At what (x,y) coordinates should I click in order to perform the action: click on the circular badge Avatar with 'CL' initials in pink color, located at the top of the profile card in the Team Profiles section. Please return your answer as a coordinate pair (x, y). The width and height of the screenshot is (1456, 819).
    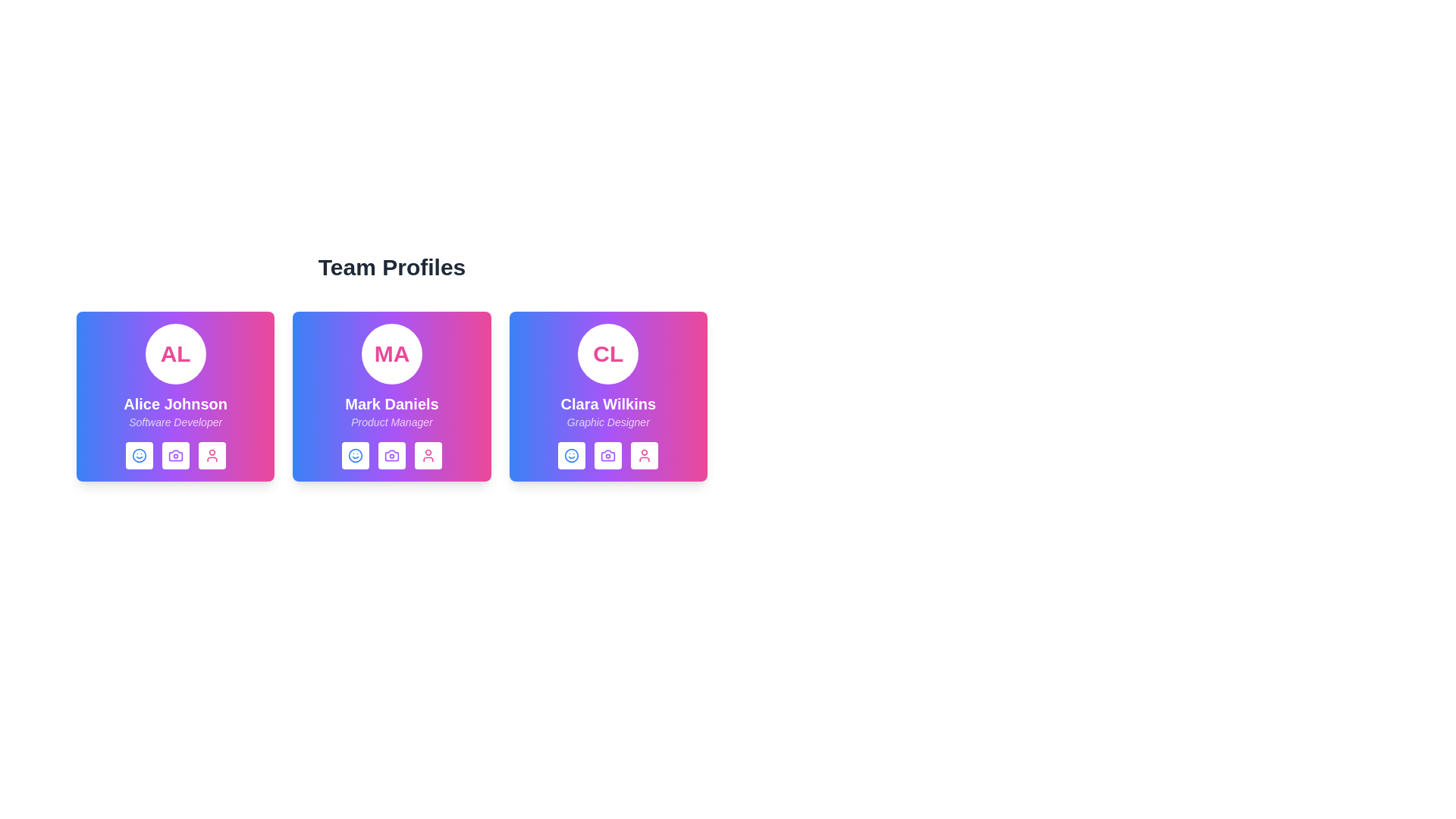
    Looking at the image, I should click on (608, 353).